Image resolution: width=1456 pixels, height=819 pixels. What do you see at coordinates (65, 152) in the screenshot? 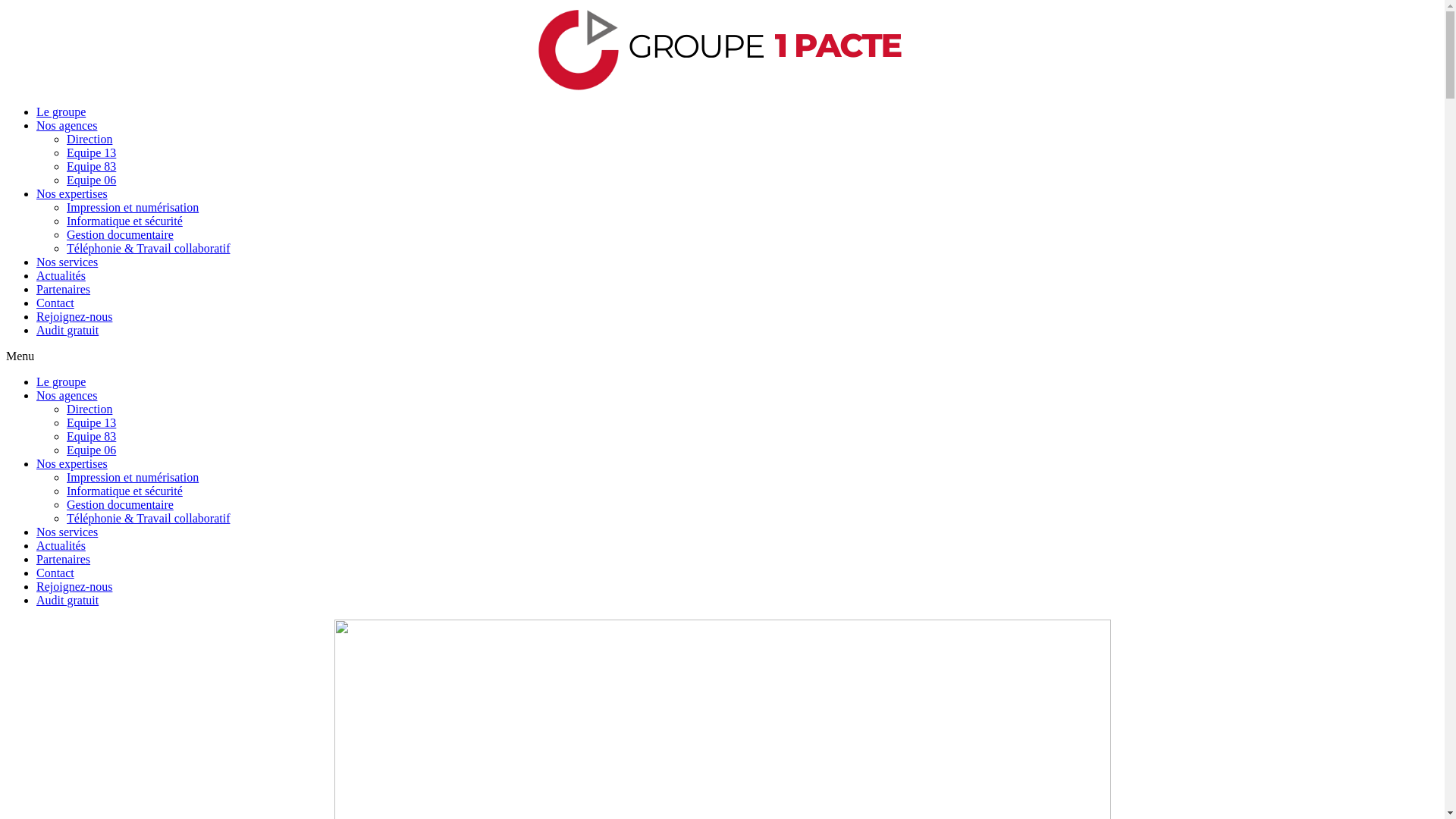
I see `'Equipe 13'` at bounding box center [65, 152].